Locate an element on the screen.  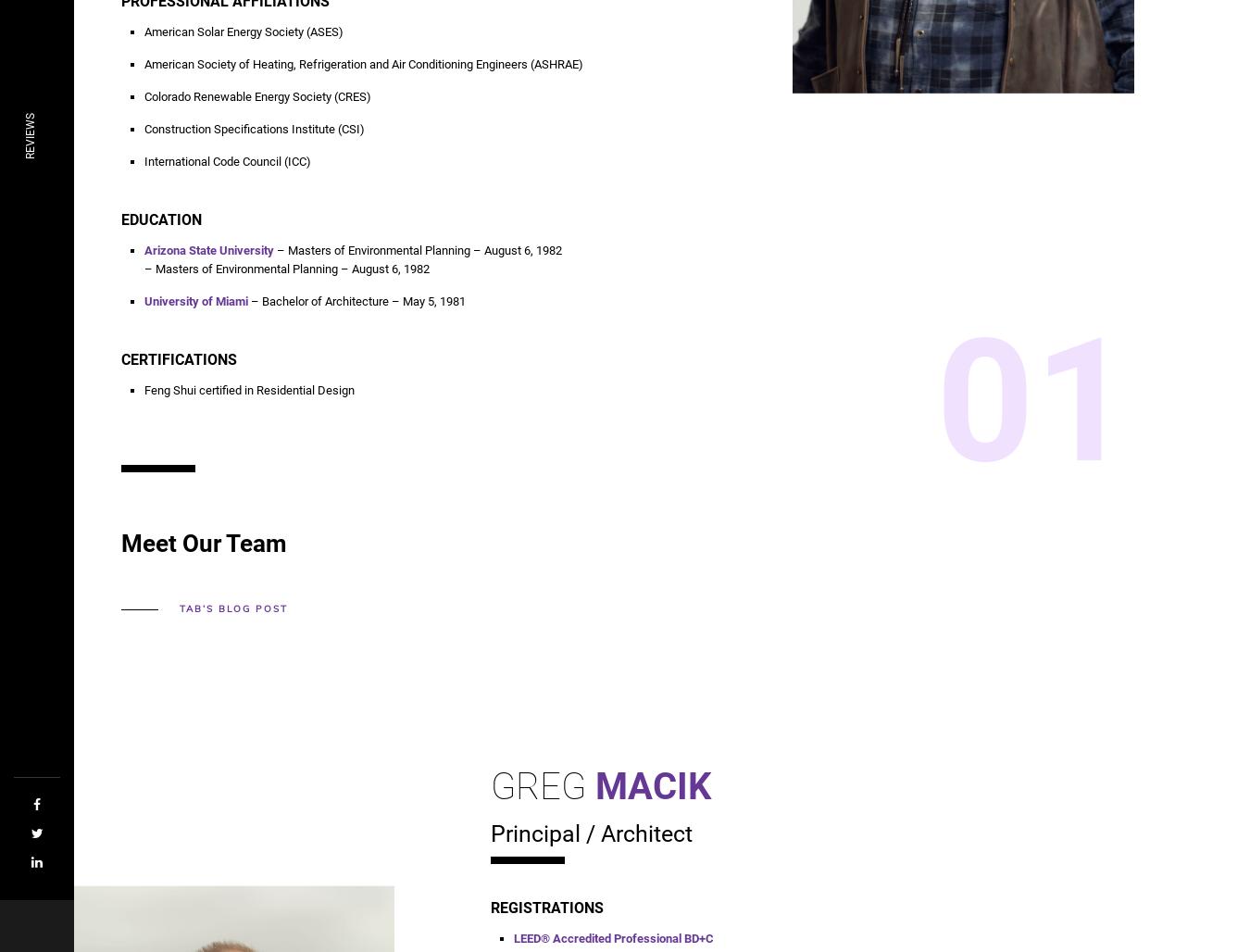
'International Code Council (ICC)' is located at coordinates (226, 161).